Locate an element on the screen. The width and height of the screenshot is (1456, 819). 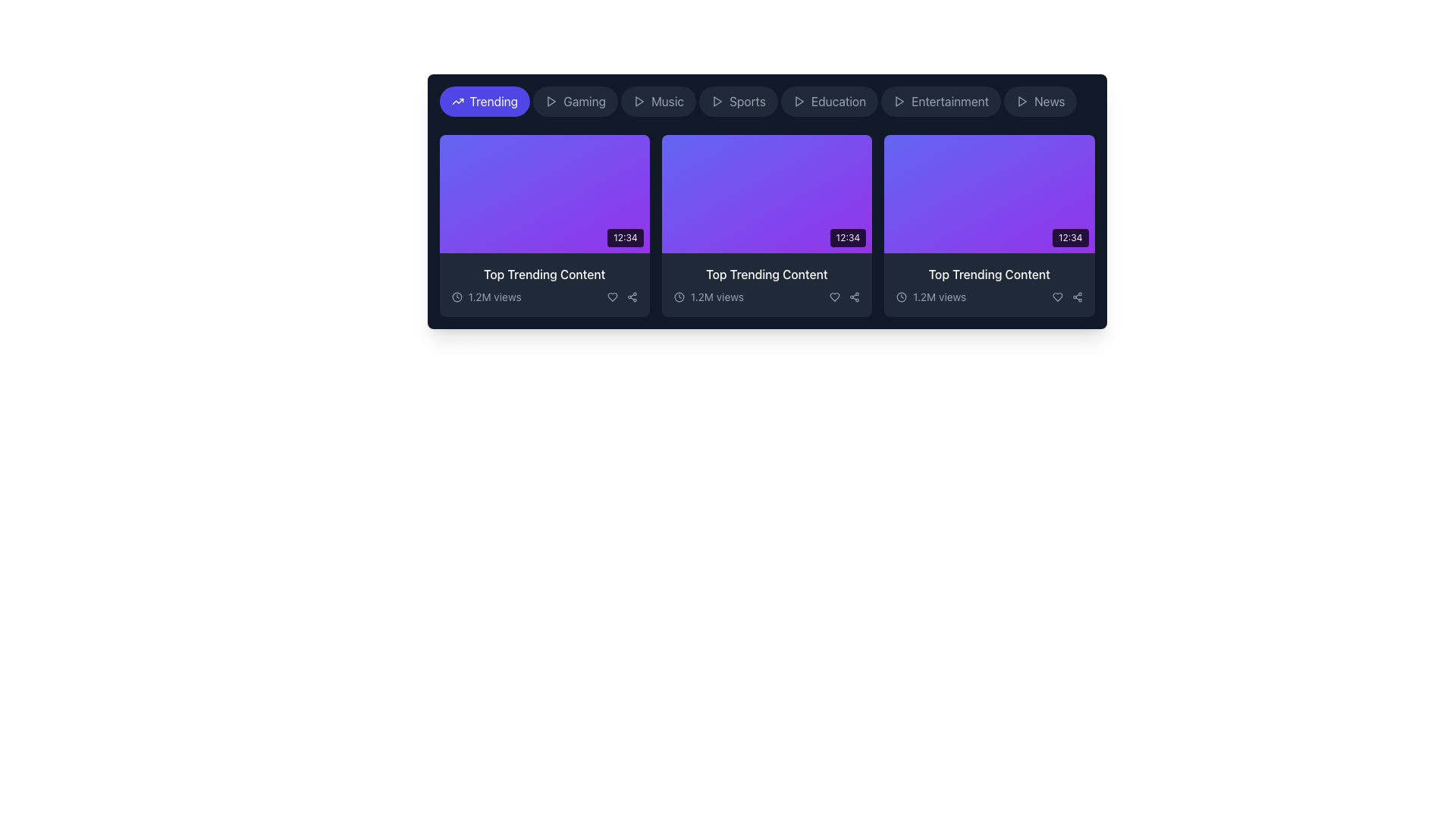
the triangular 'play' button icon located in the top-right section of the navigation bar is located at coordinates (1022, 102).